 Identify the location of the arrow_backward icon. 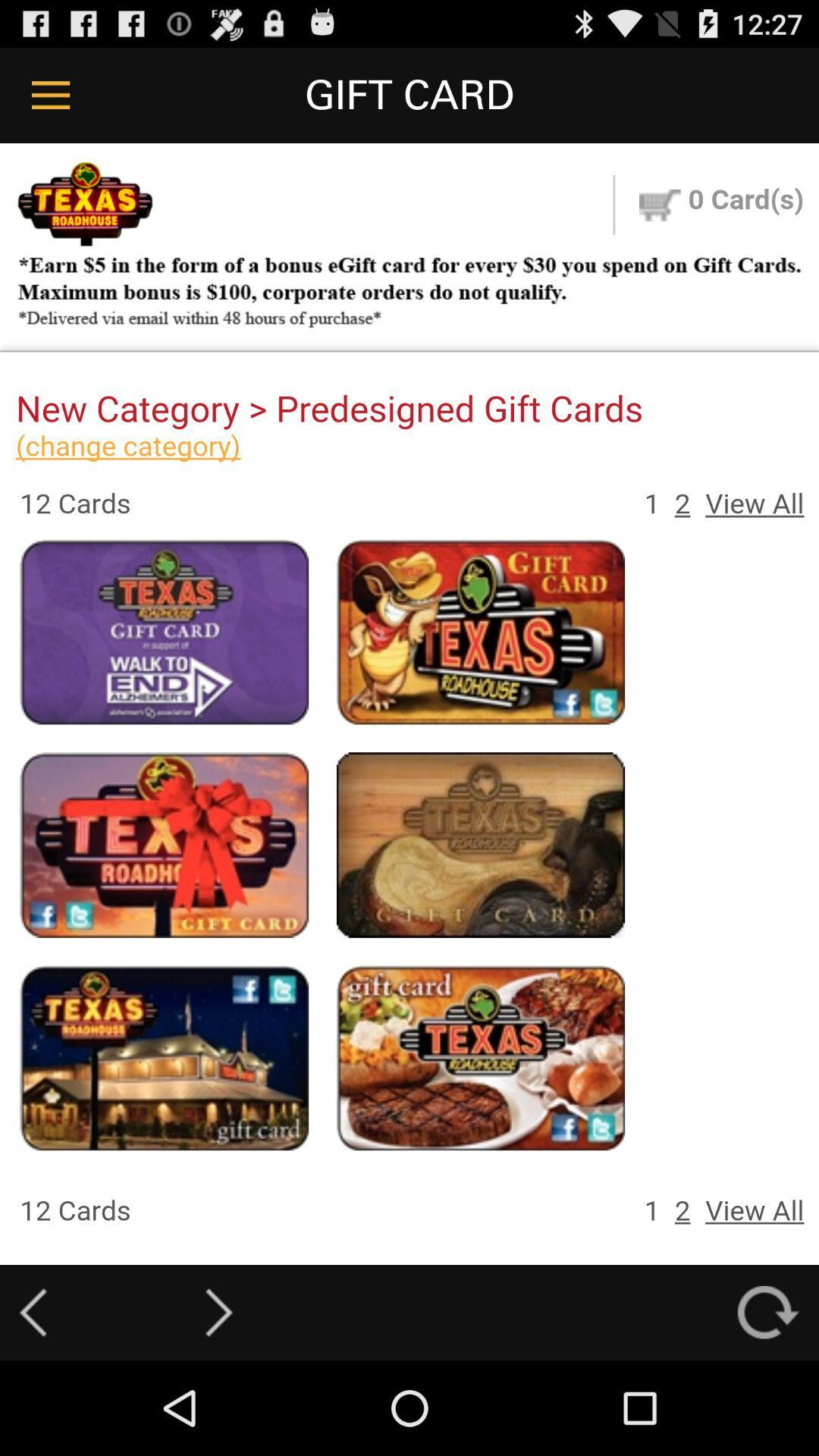
(33, 1404).